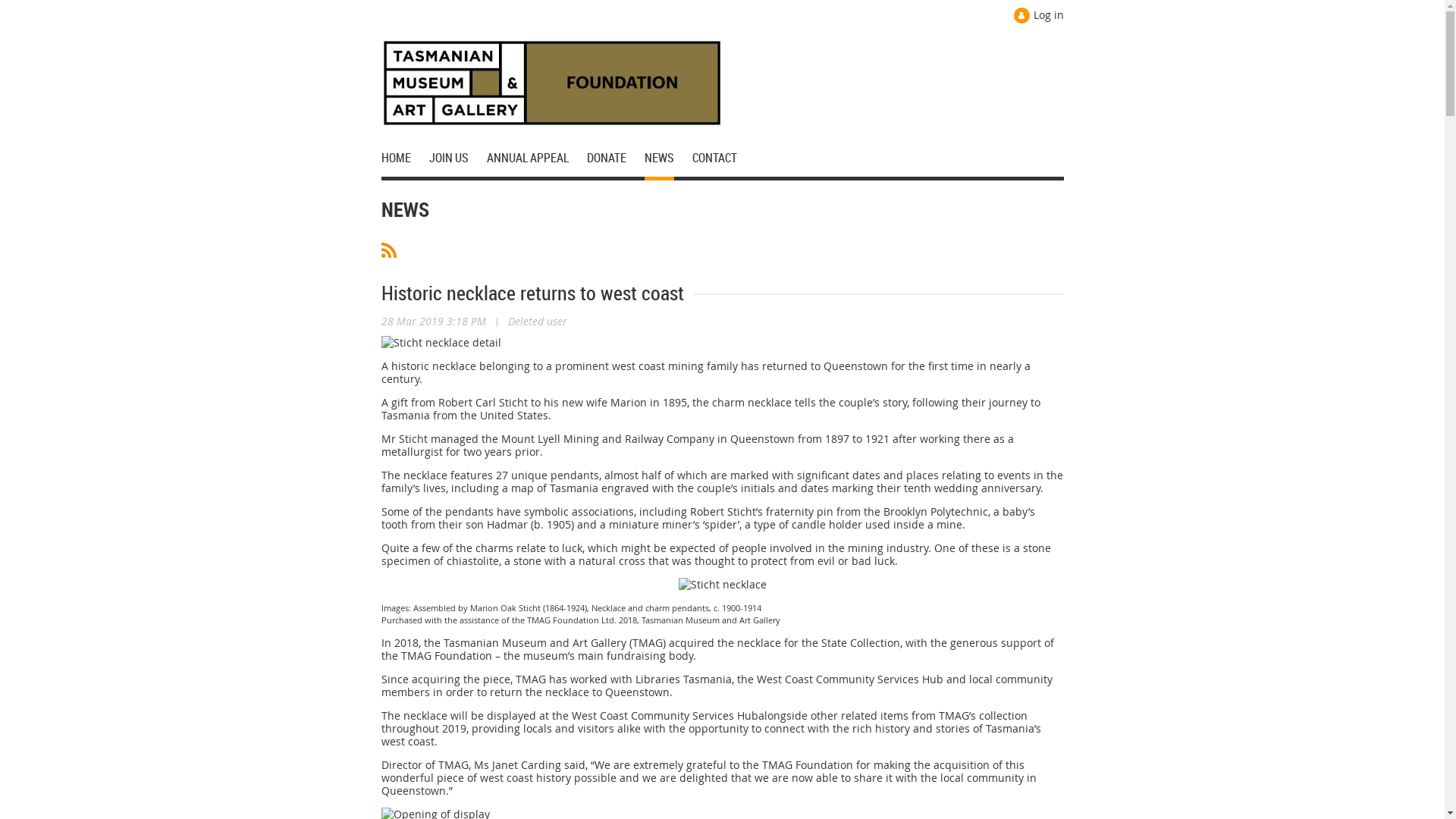  Describe the element at coordinates (1012, 15) in the screenshot. I see `'Log in'` at that location.